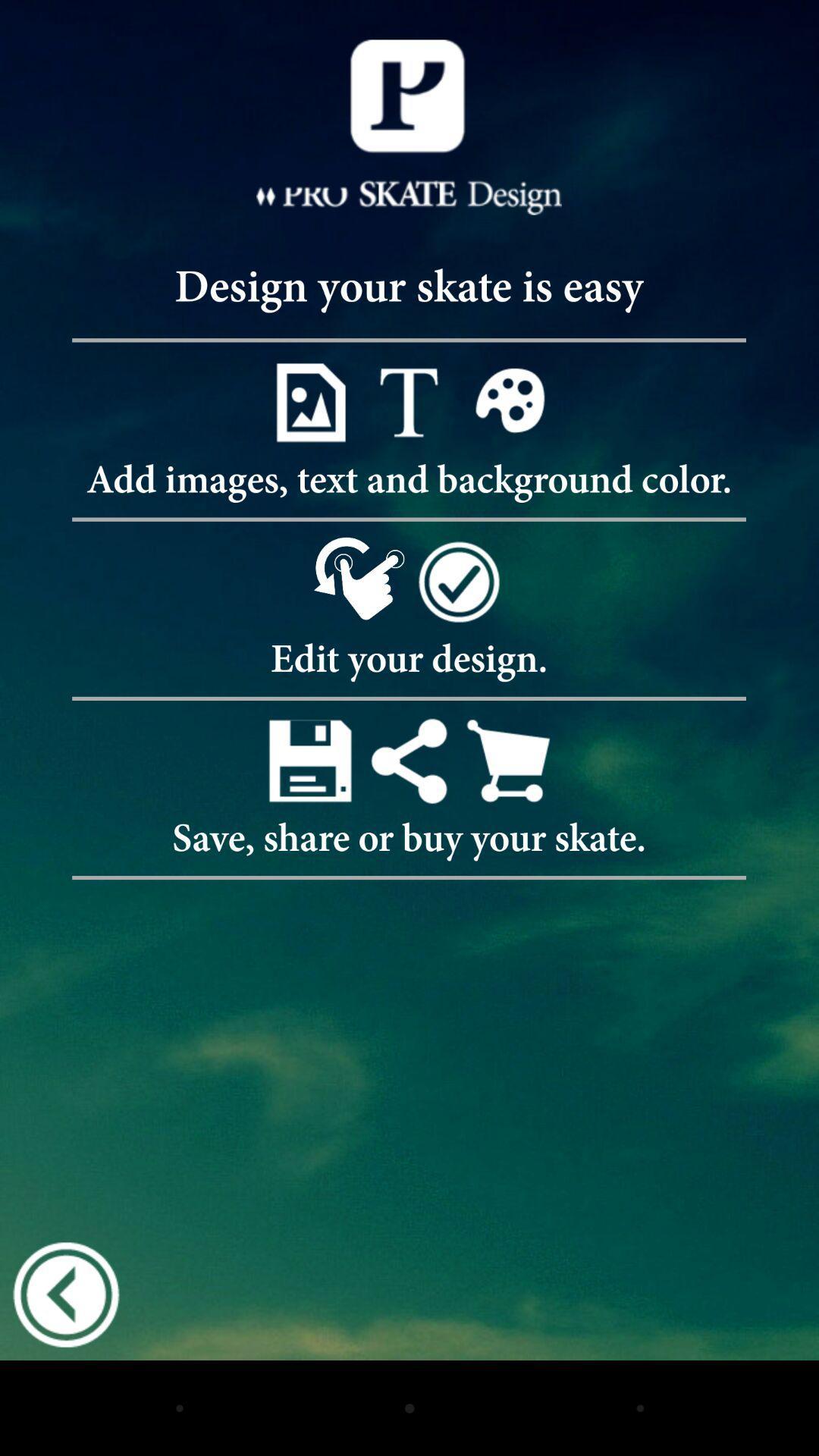 Image resolution: width=819 pixels, height=1456 pixels. I want to click on share your skate, so click(408, 761).